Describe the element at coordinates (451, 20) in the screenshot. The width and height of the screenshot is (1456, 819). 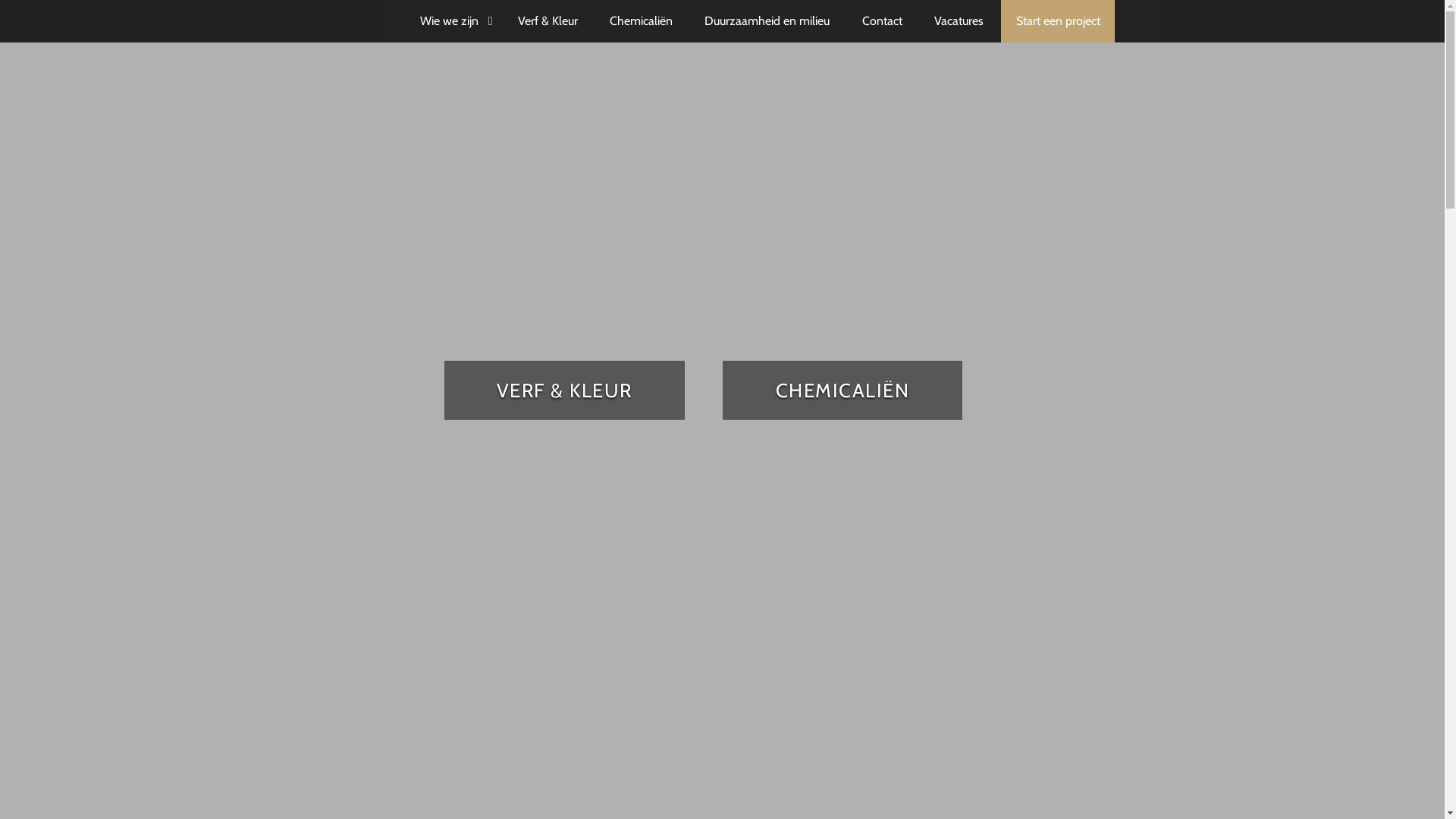
I see `'Wie we zijn'` at that location.